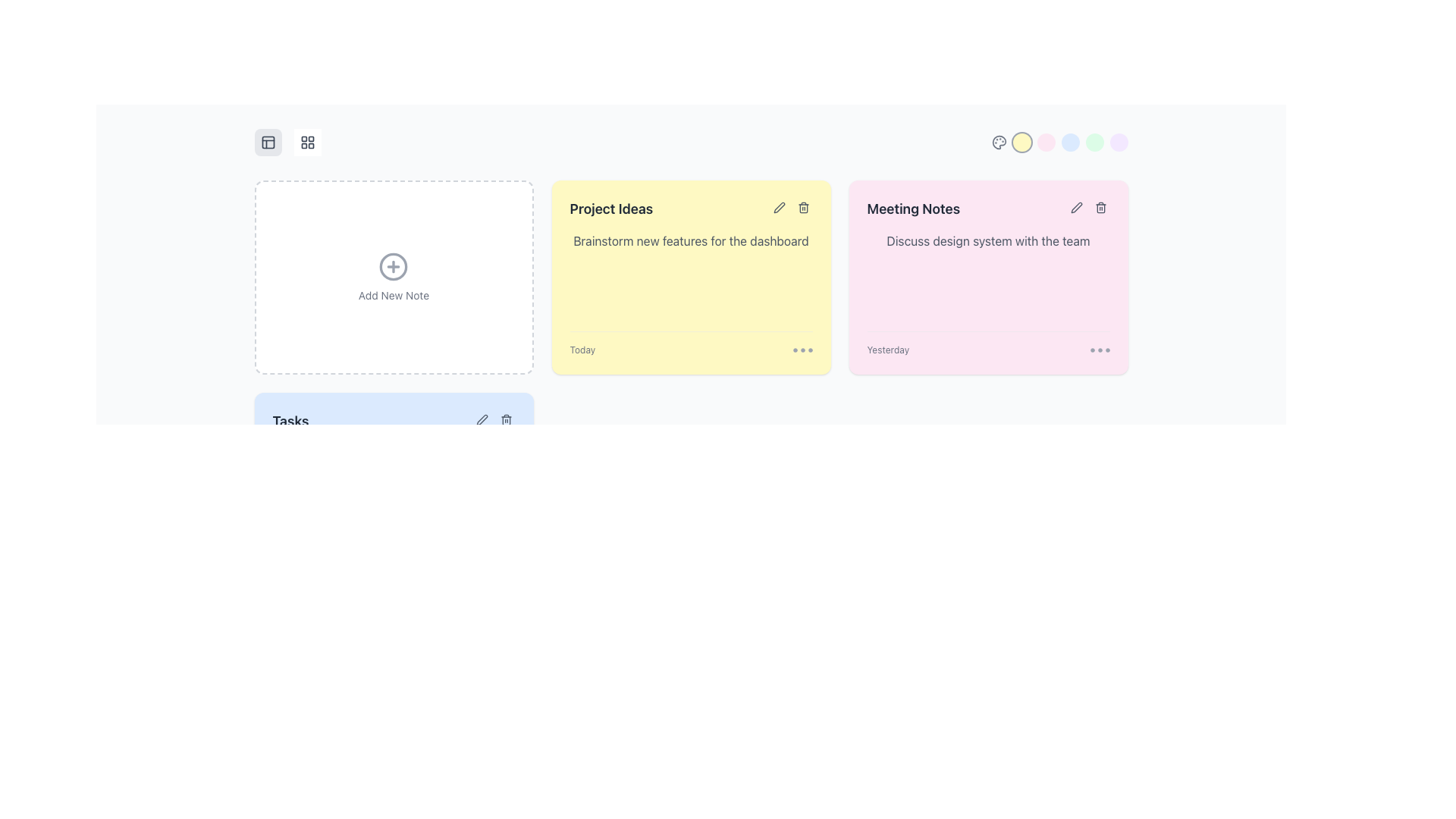  Describe the element at coordinates (999, 143) in the screenshot. I see `the painter's palette icon, which is a gray circular SVG graphic with small circles representing paint wells, located at the top-right area of the interface` at that location.